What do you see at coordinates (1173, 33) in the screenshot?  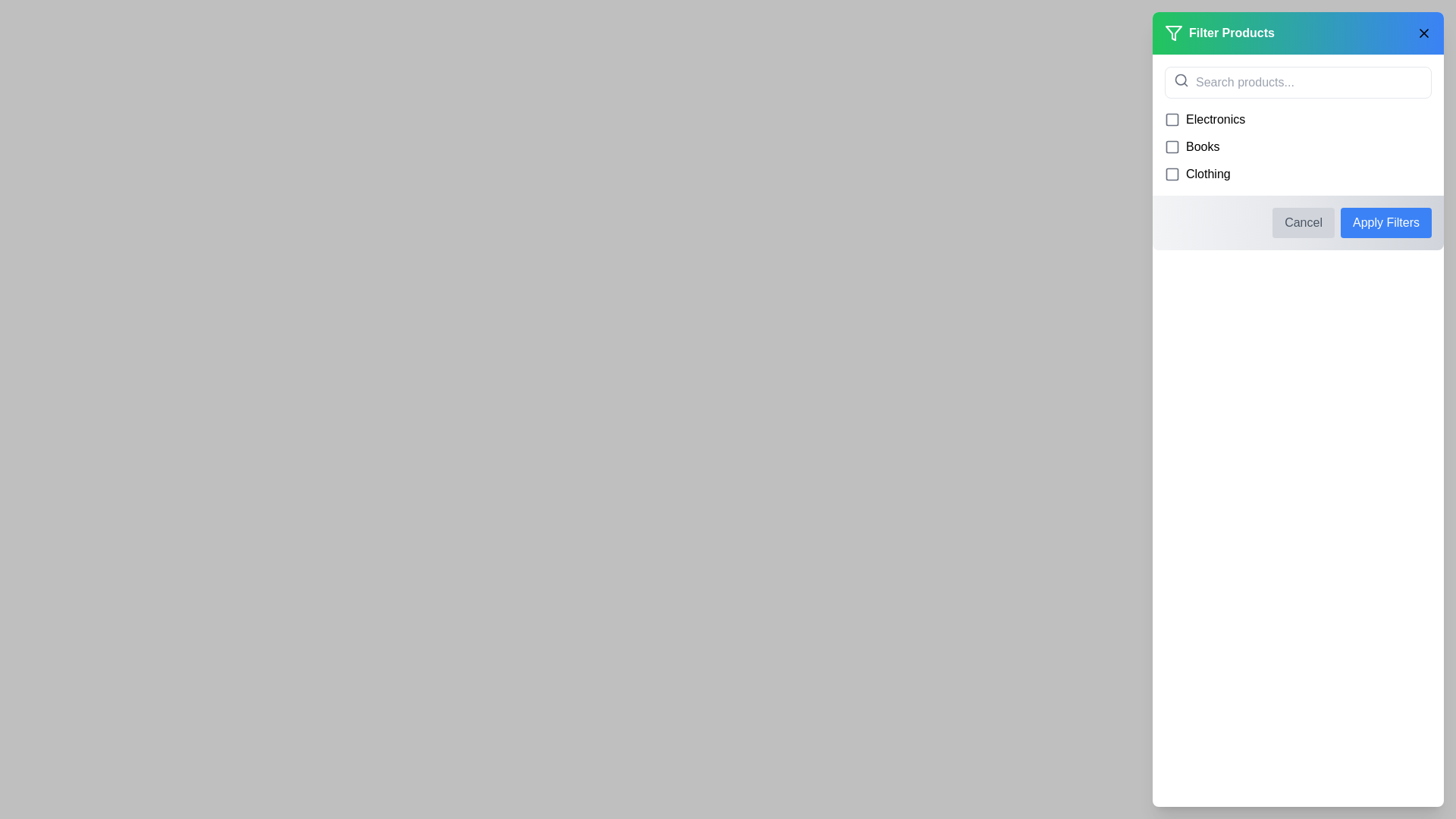 I see `the decorative icon located at the top-left corner of the filter panel's header, next to the text 'Filter Products.'` at bounding box center [1173, 33].